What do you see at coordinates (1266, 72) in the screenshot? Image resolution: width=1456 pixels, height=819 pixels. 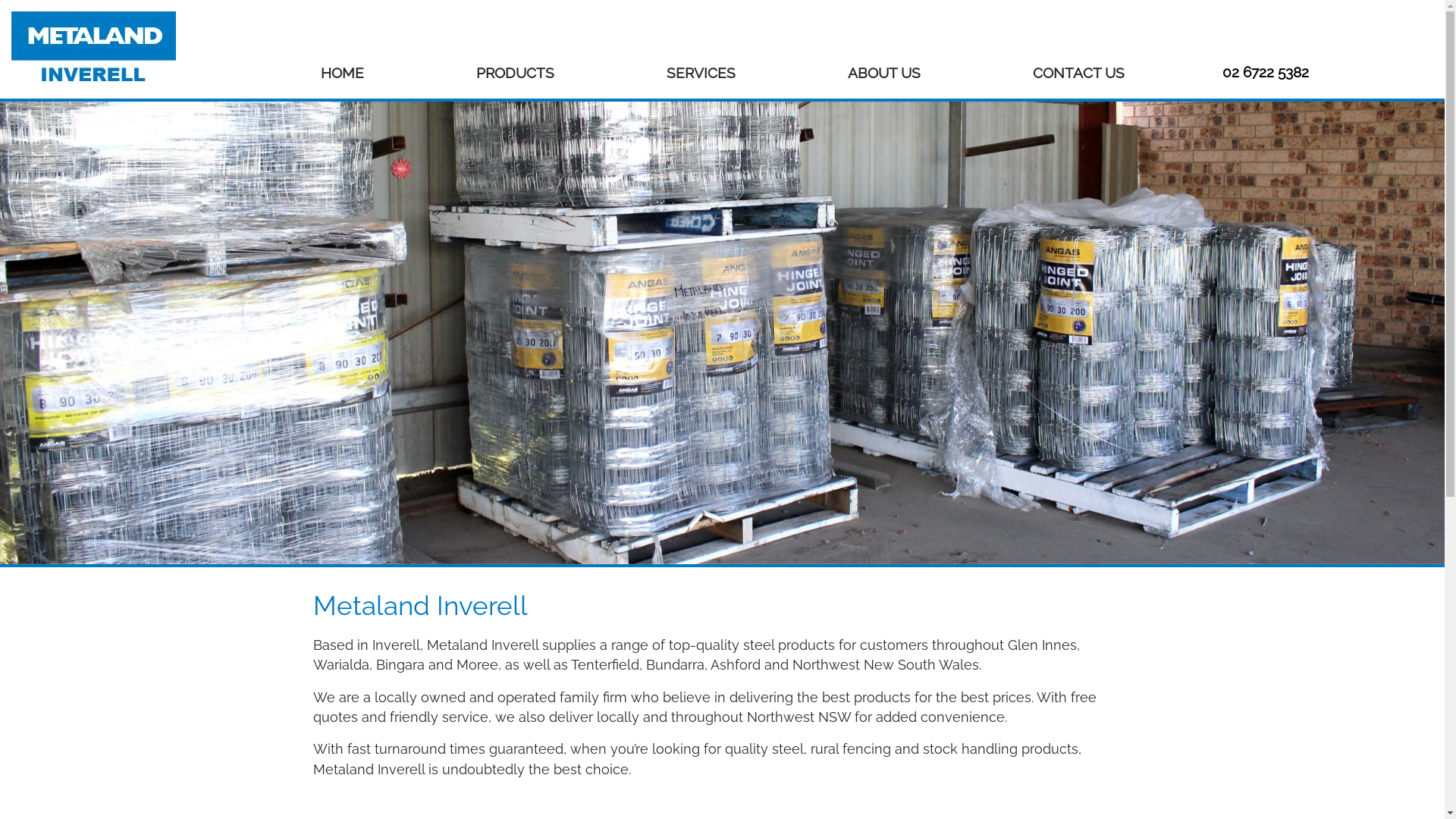 I see `'02 6722 5382'` at bounding box center [1266, 72].